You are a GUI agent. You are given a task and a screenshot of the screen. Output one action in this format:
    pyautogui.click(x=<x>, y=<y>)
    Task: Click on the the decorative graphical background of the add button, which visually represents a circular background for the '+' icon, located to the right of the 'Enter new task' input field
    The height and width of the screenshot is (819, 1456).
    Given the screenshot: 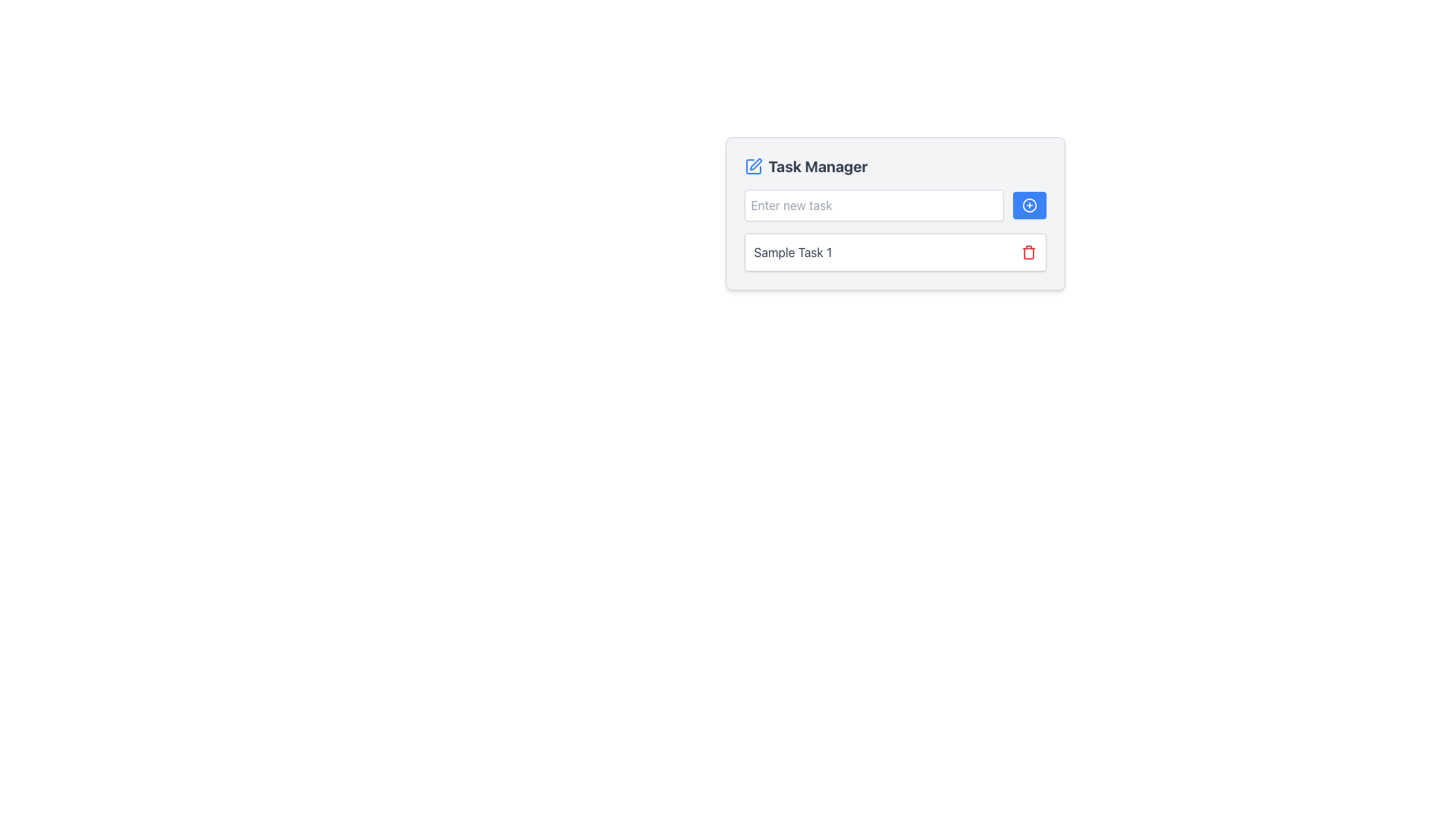 What is the action you would take?
    pyautogui.click(x=1029, y=205)
    